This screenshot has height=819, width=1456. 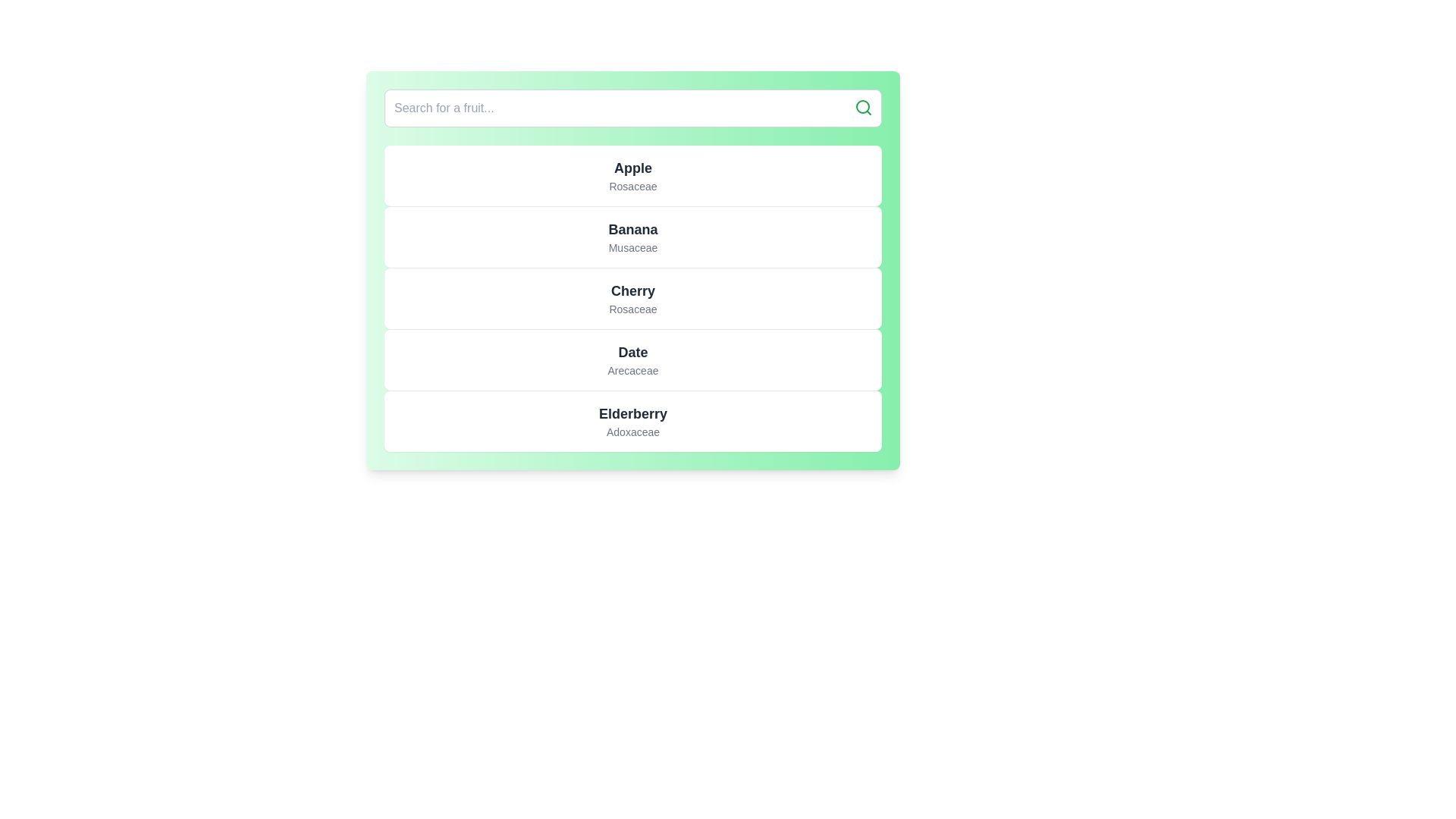 What do you see at coordinates (633, 168) in the screenshot?
I see `text label that displays 'Apple', styled in large, bold dark gray font, located at the top of a clickable card-like item` at bounding box center [633, 168].